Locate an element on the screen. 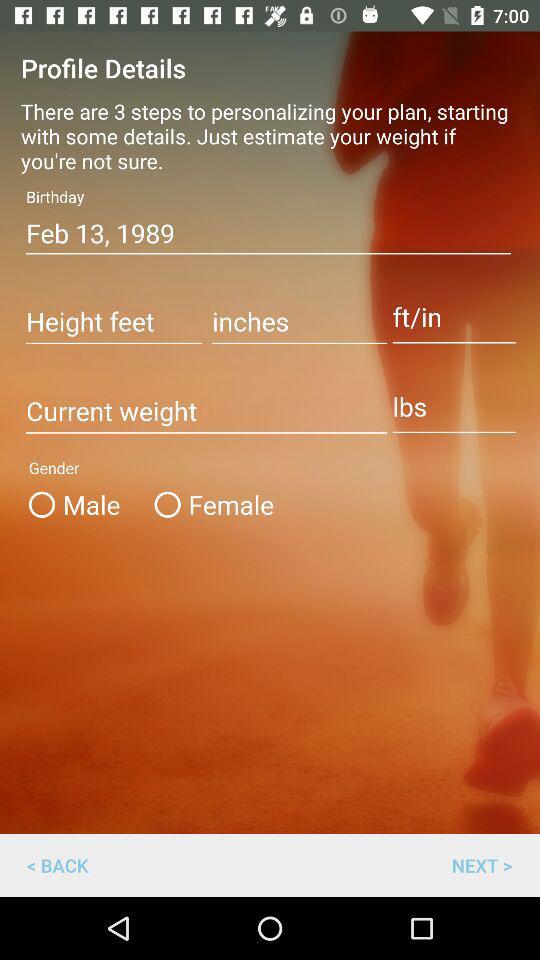 This screenshot has height=960, width=540. item to the left of female icon is located at coordinates (82, 503).